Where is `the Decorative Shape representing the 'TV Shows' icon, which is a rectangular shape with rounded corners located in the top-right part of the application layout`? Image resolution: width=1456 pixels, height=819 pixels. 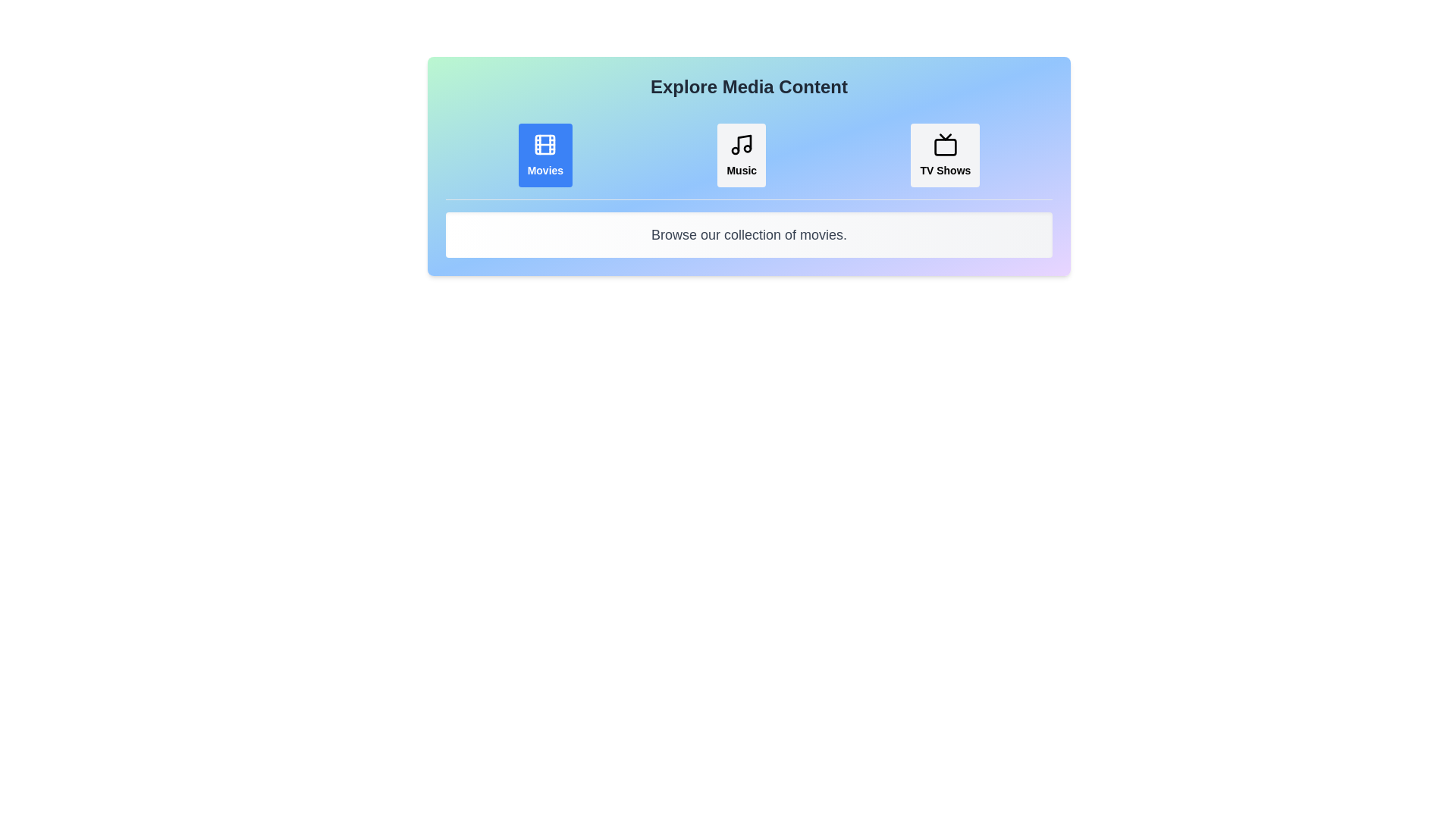
the Decorative Shape representing the 'TV Shows' icon, which is a rectangular shape with rounded corners located in the top-right part of the application layout is located at coordinates (944, 147).